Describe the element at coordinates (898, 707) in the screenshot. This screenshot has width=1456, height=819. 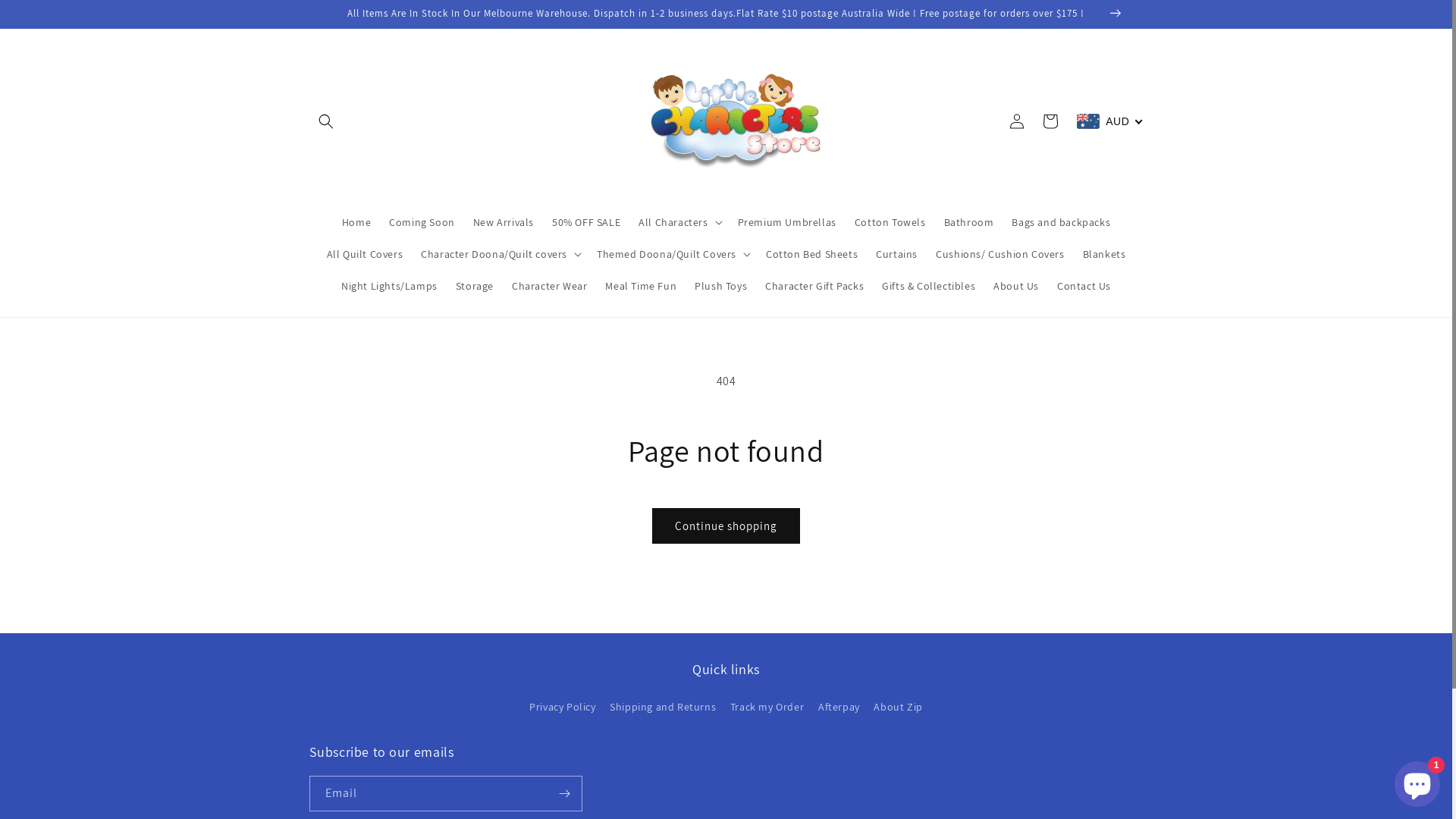
I see `'About Zip'` at that location.